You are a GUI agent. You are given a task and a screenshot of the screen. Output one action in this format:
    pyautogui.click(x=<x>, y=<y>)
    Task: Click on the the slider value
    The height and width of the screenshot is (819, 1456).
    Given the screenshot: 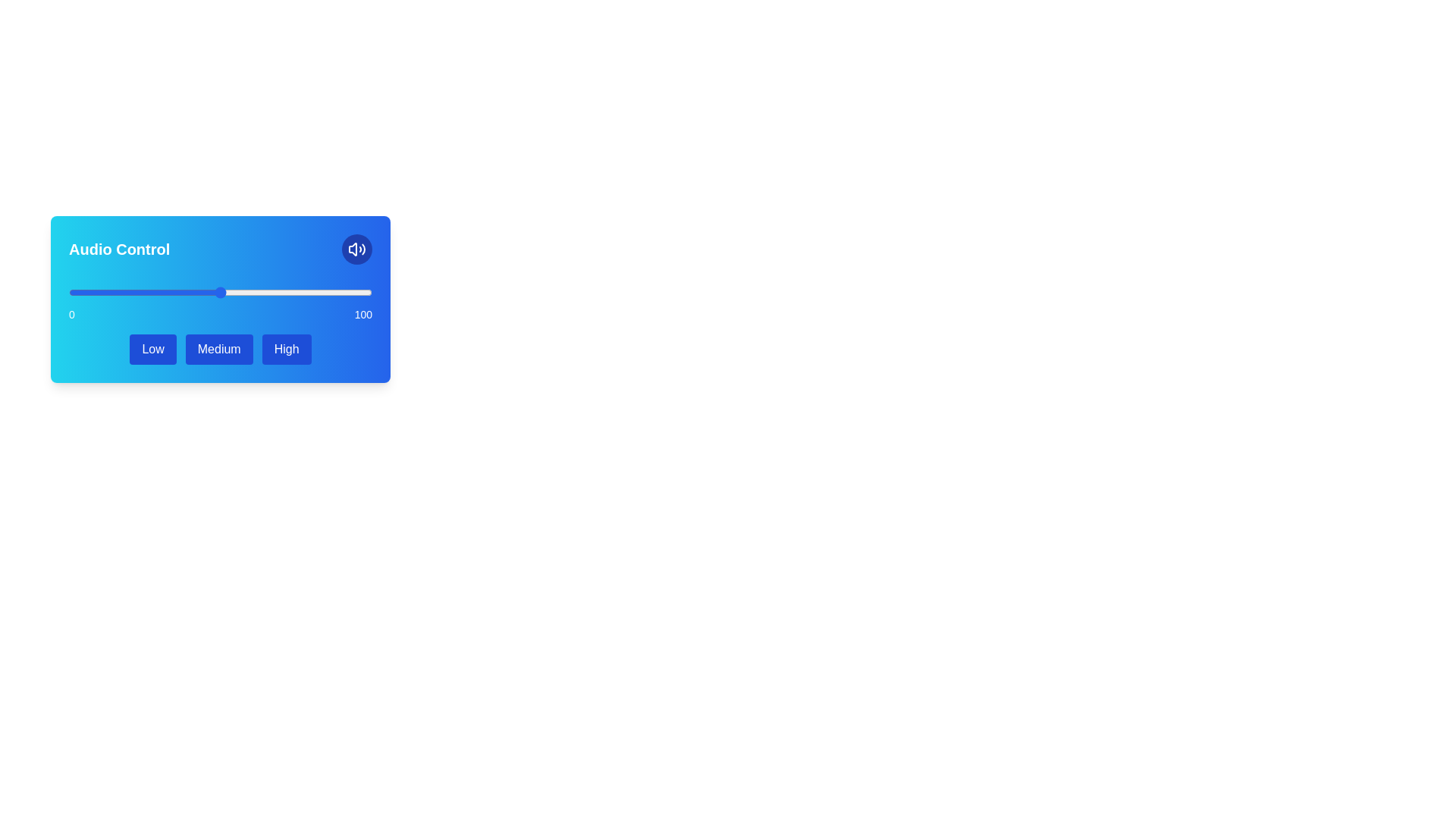 What is the action you would take?
    pyautogui.click(x=83, y=292)
    